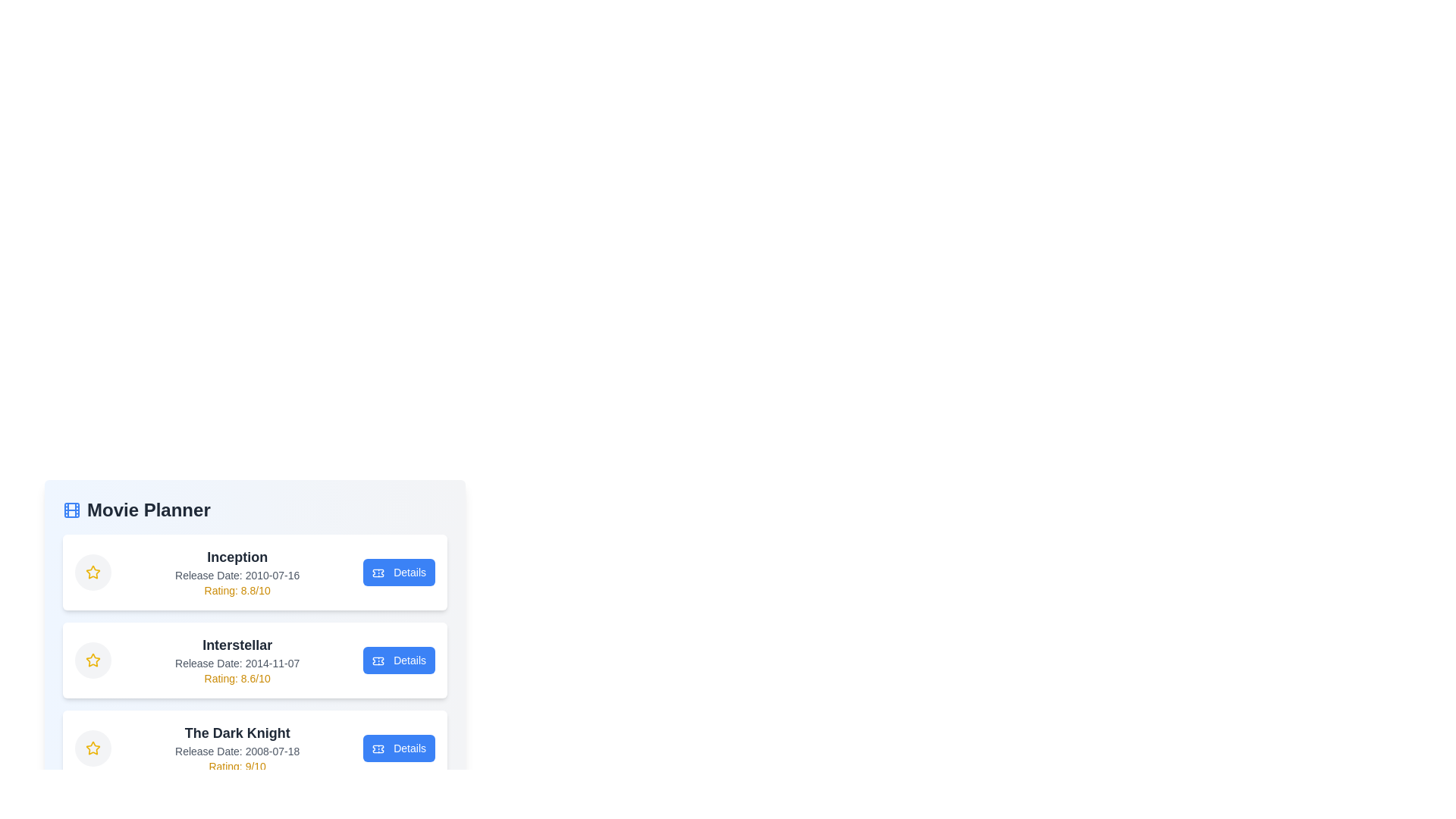 The width and height of the screenshot is (1456, 819). Describe the element at coordinates (399, 748) in the screenshot. I see `the 'Details' button for the movie The Dark Knight` at that location.